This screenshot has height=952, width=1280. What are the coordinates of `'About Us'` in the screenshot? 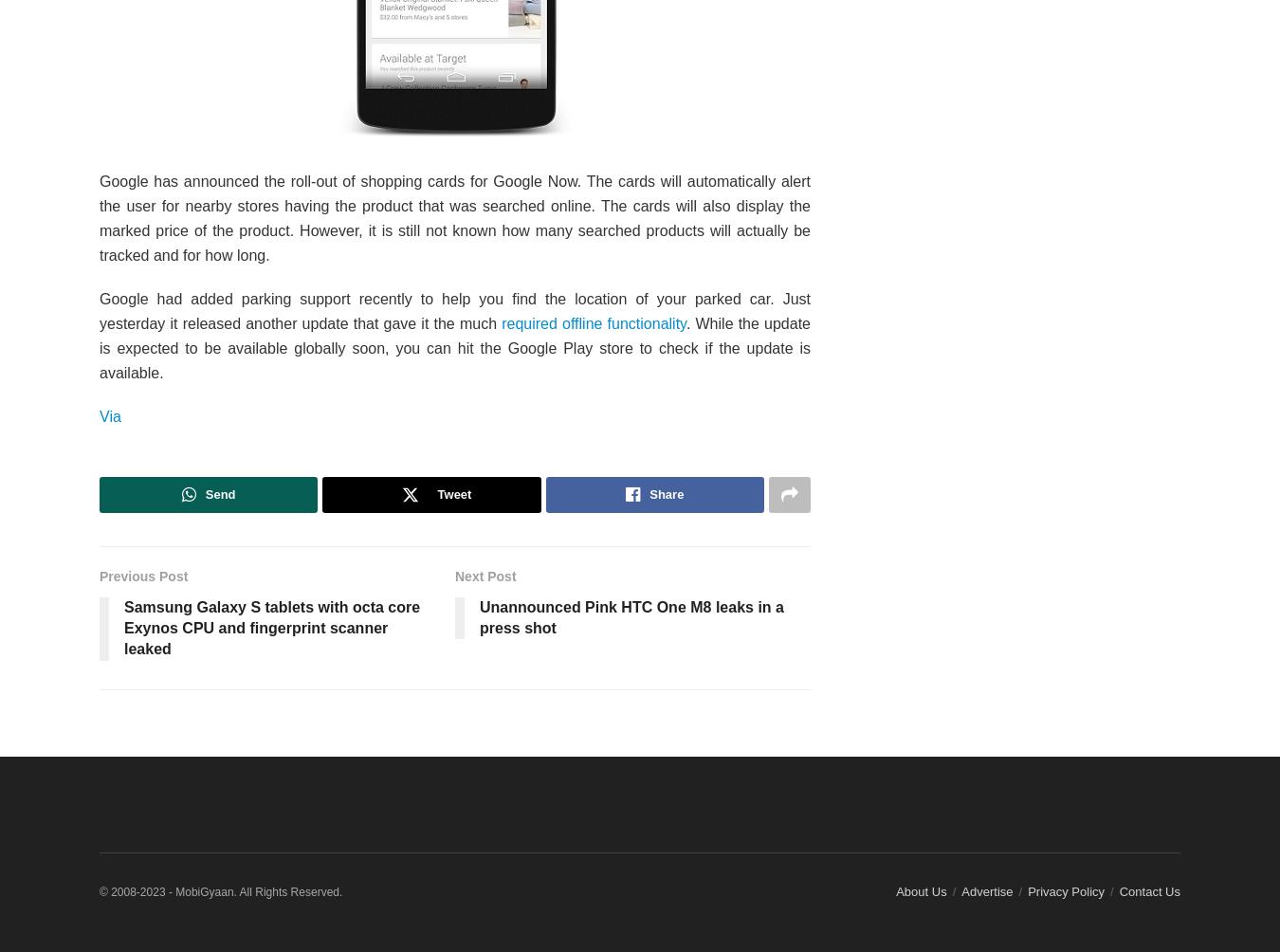 It's located at (920, 889).